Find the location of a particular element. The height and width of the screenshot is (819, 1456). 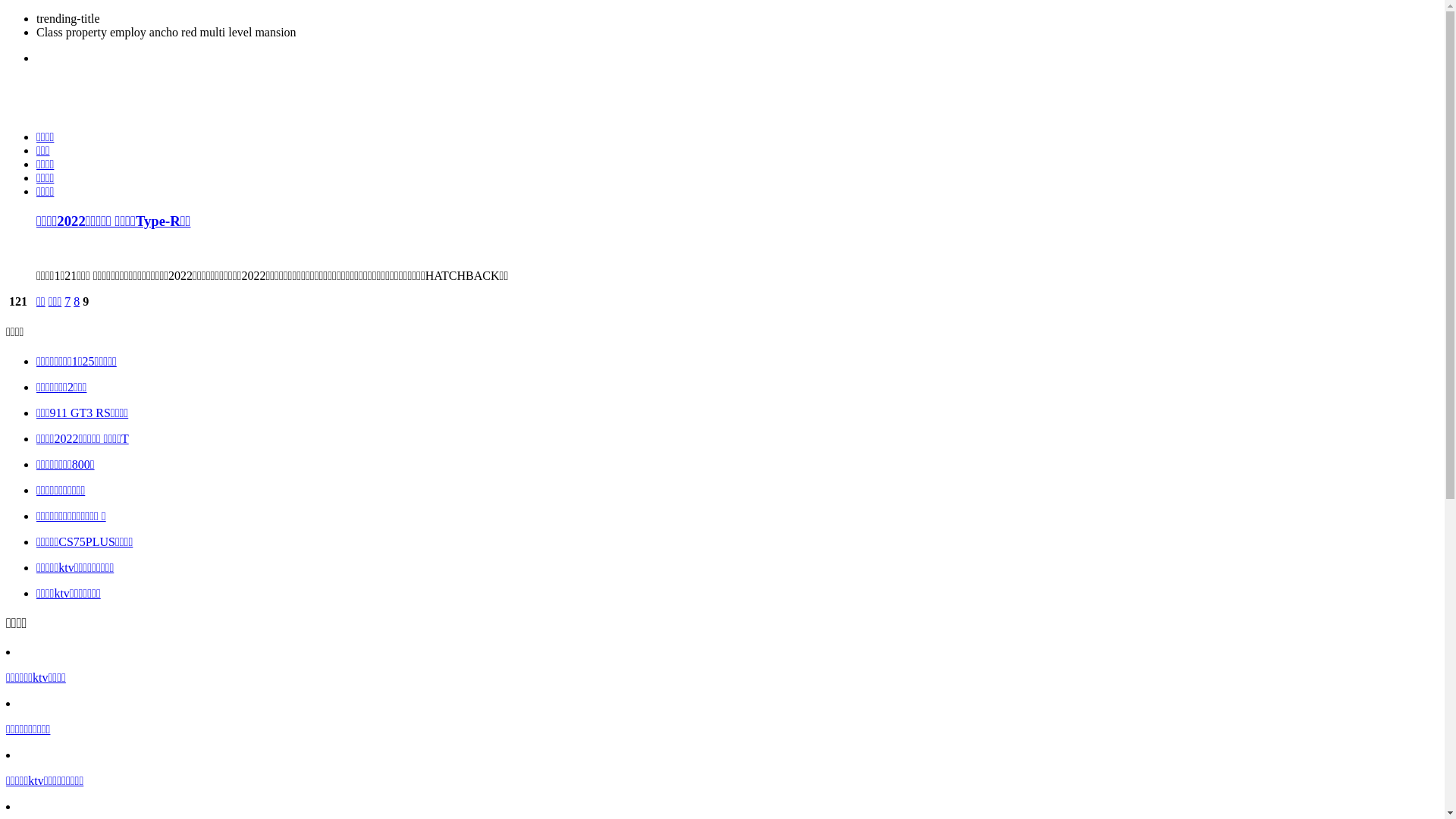

'8' is located at coordinates (75, 301).